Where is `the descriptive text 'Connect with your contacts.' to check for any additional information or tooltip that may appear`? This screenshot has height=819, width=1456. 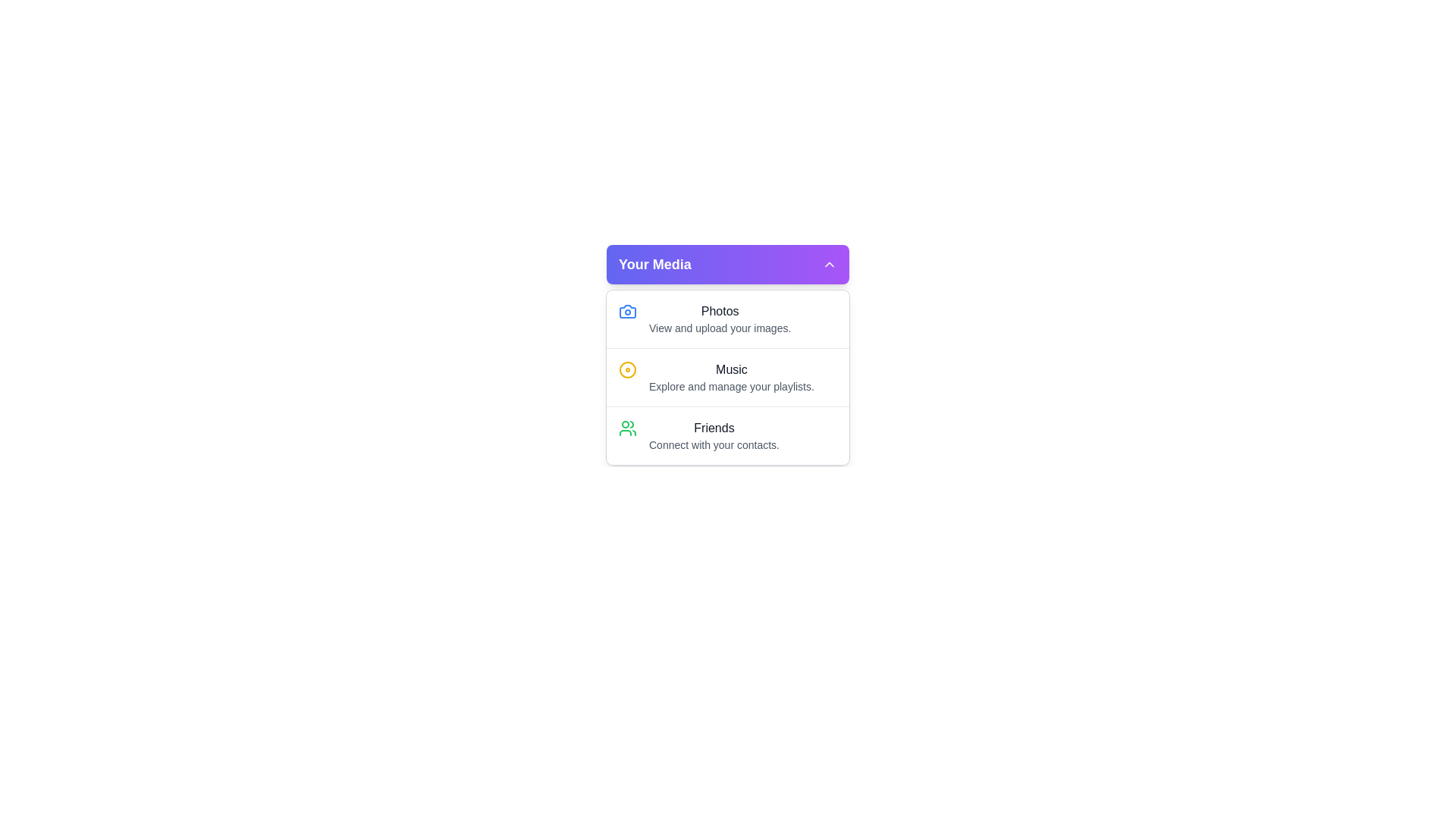
the descriptive text 'Connect with your contacts.' to check for any additional information or tooltip that may appear is located at coordinates (713, 444).